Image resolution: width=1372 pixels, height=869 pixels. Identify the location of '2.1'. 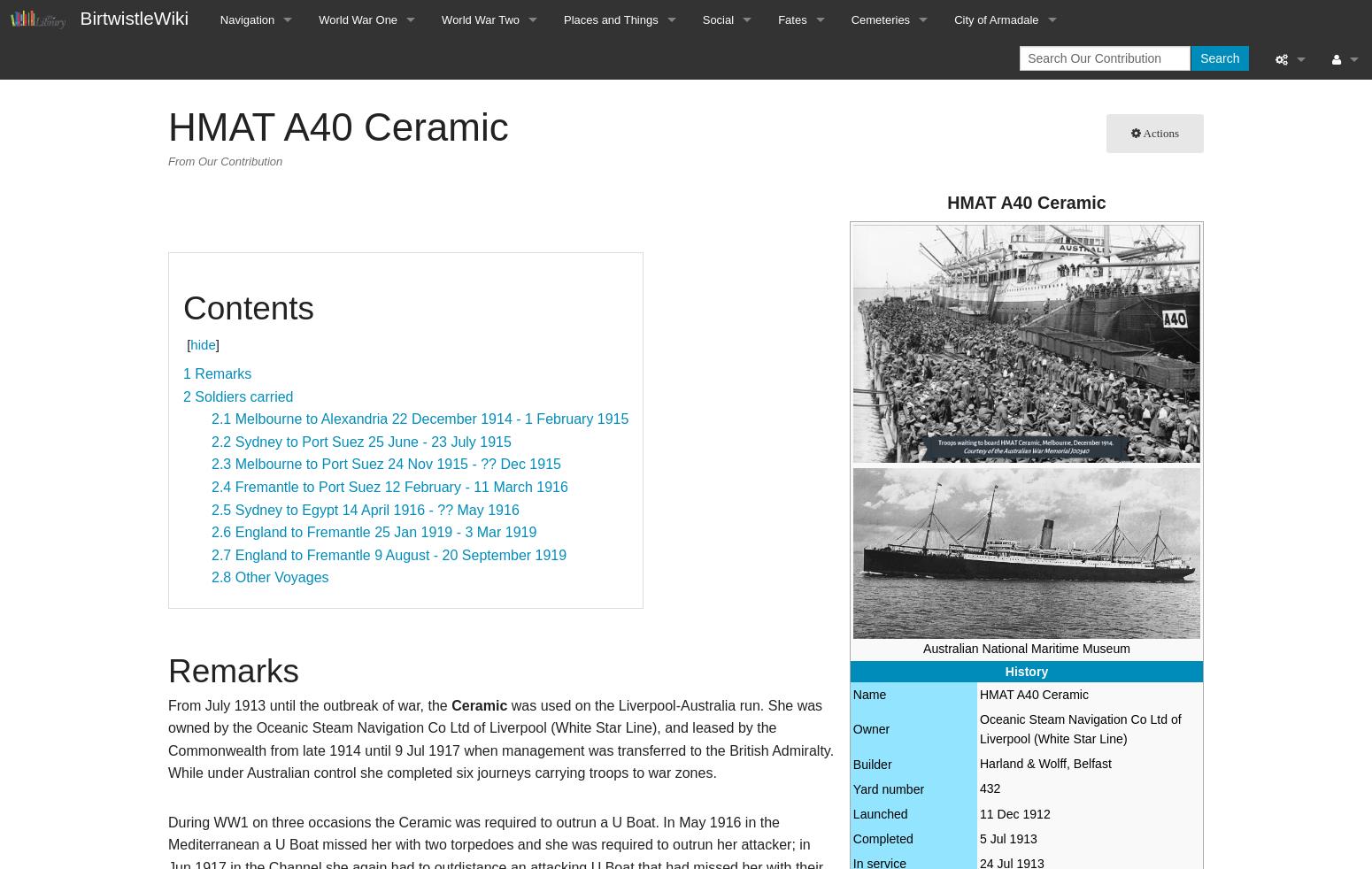
(221, 419).